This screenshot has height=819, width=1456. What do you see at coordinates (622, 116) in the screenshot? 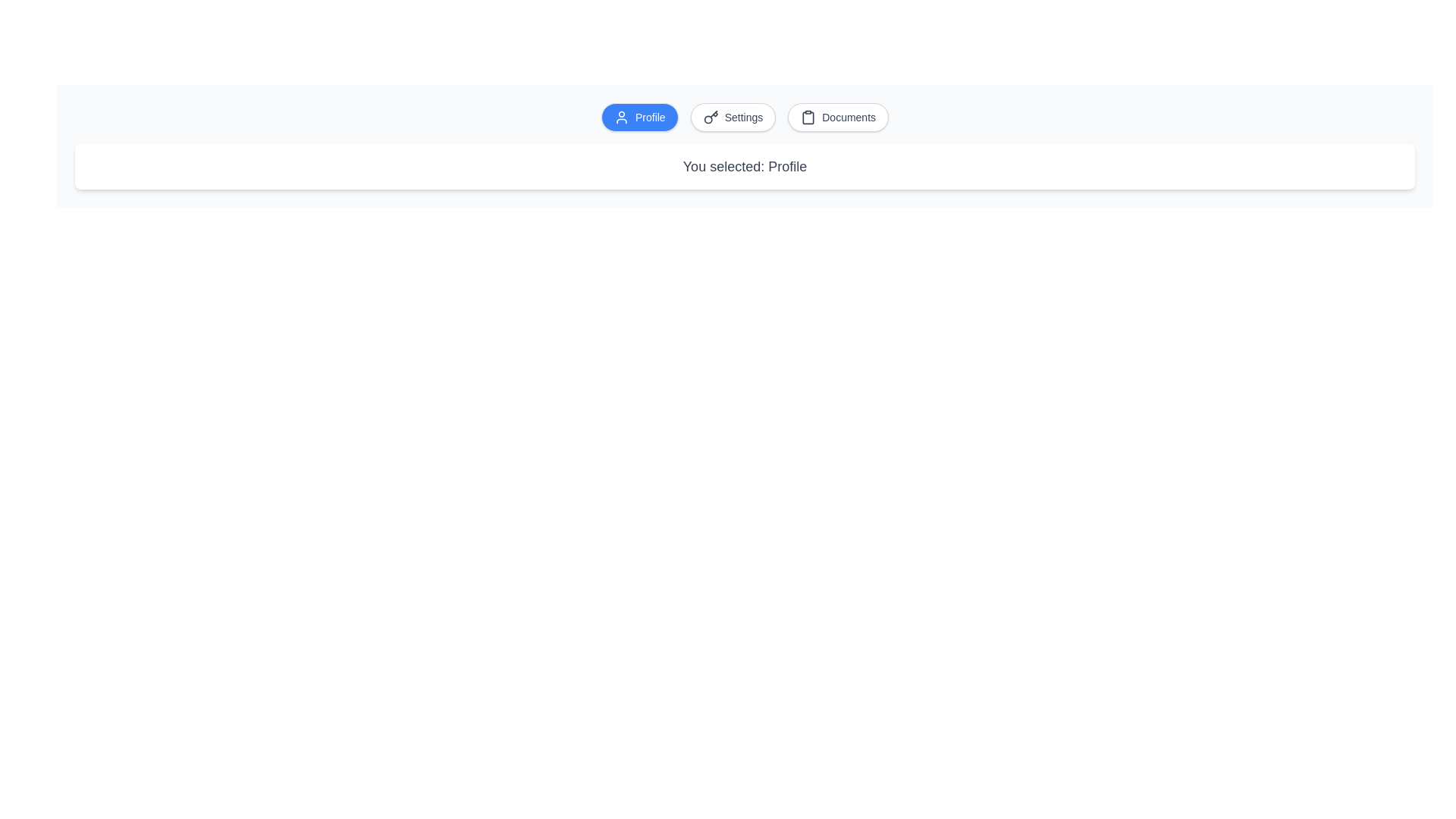
I see `the user profile icon located on the left side of the 'Profile' button in the top left section of the interface` at bounding box center [622, 116].